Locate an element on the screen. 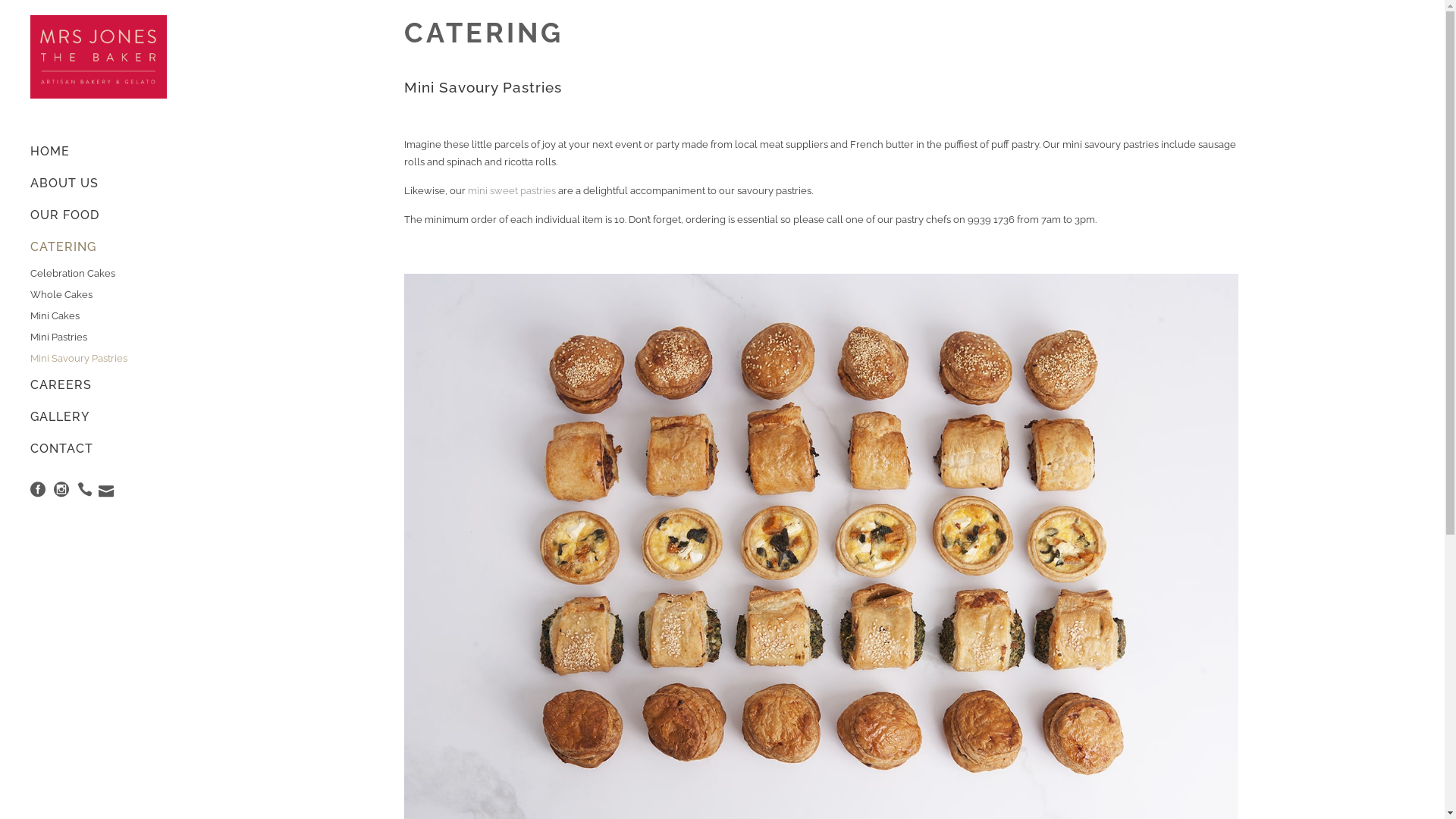  'Celebration Cakes' is located at coordinates (30, 274).